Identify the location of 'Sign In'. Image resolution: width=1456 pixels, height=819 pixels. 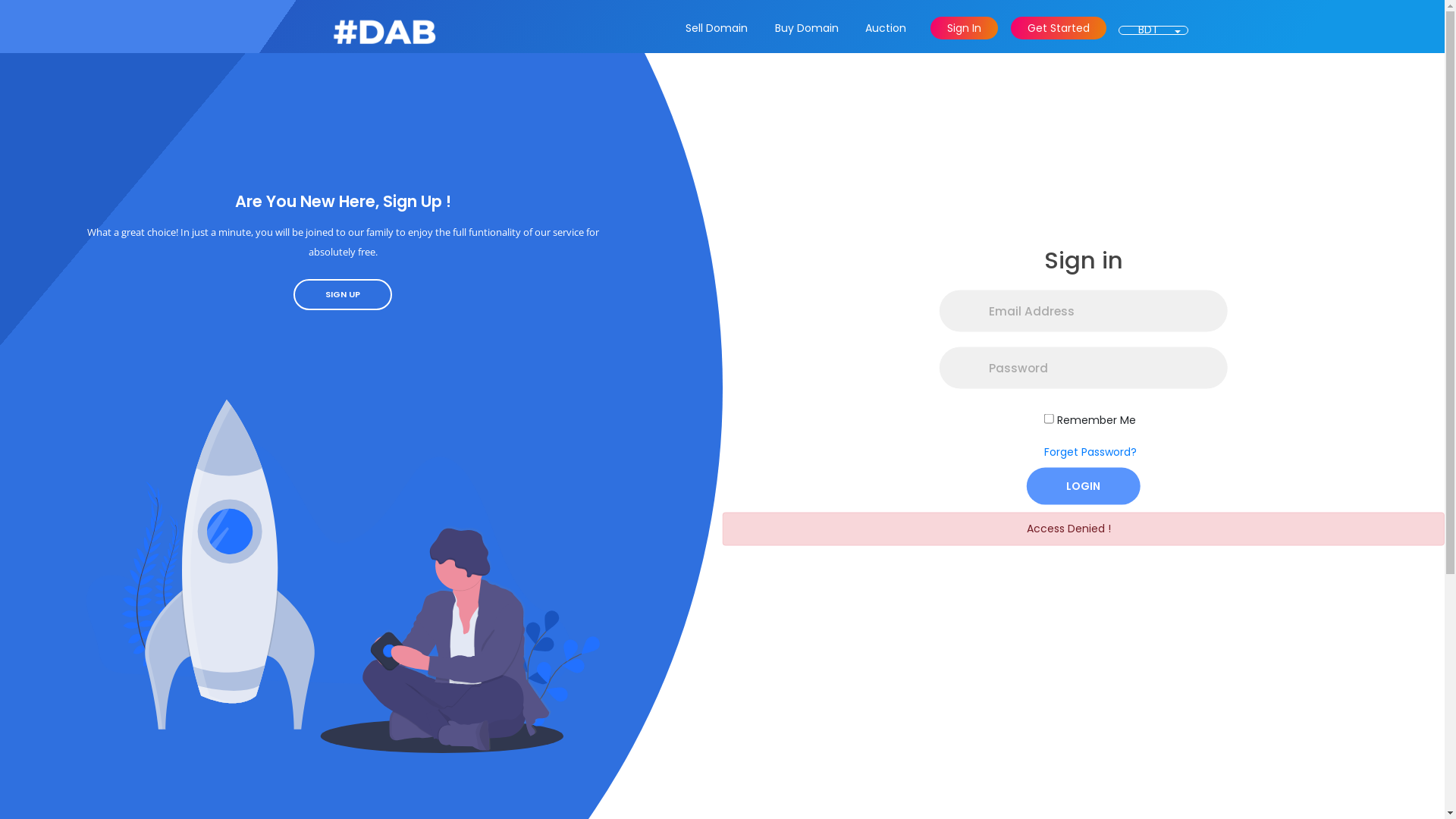
(963, 28).